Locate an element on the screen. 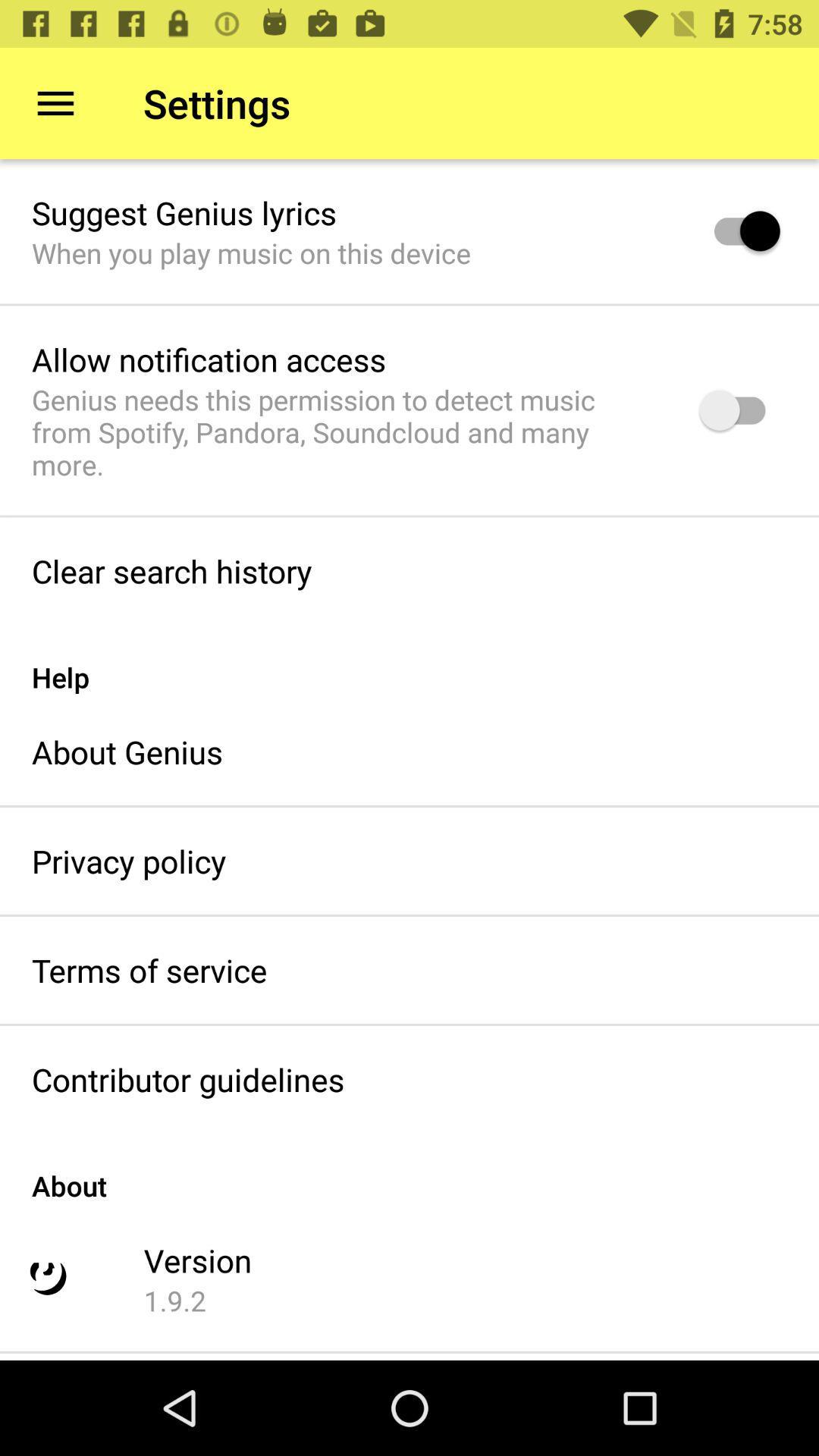  the icon above the clear search history item is located at coordinates (346, 431).